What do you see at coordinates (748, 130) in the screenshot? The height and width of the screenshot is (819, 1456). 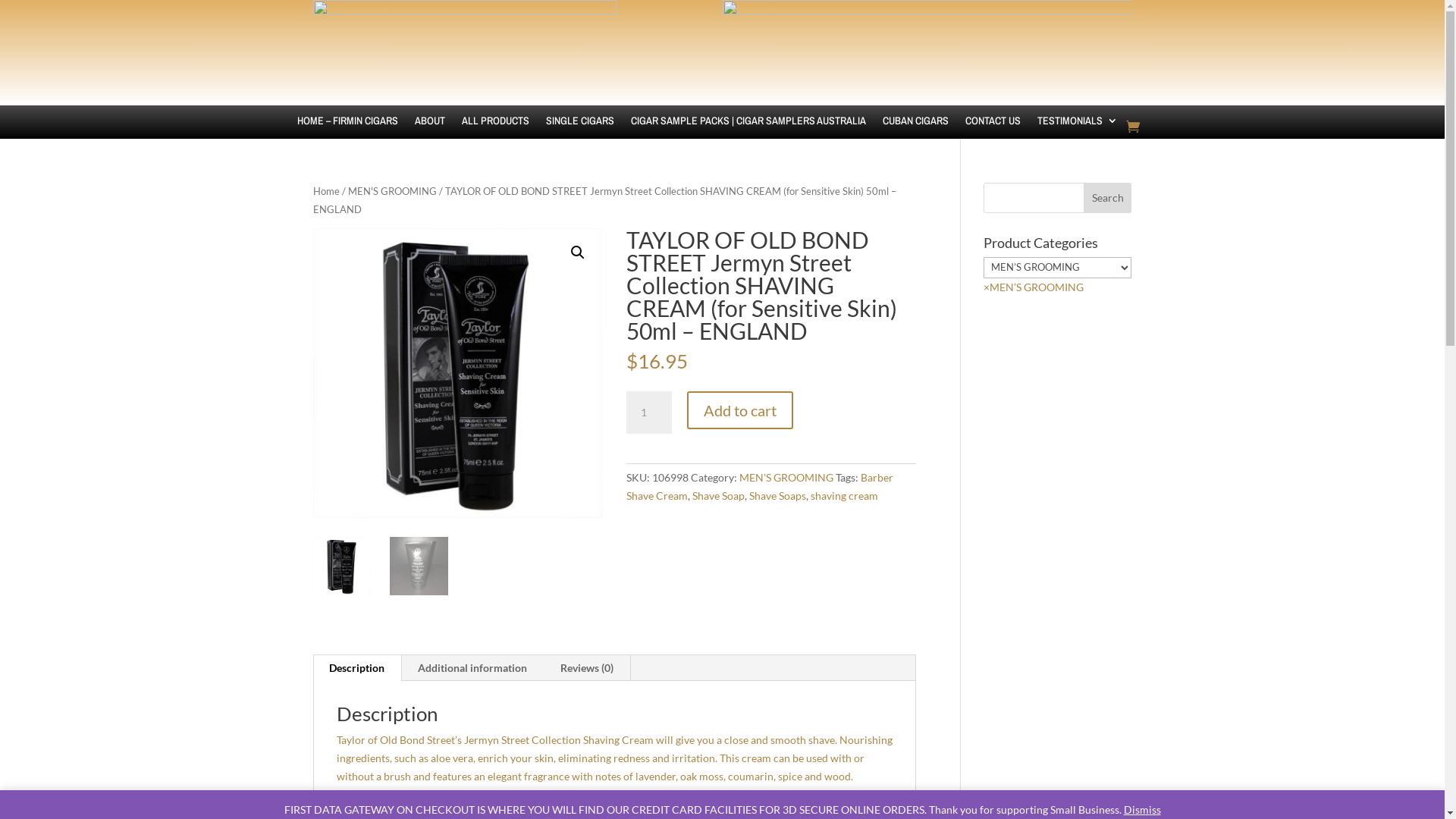 I see `'CIGAR SAMPLE PACKS | CIGAR SAMPLERS AUSTRALIA'` at bounding box center [748, 130].